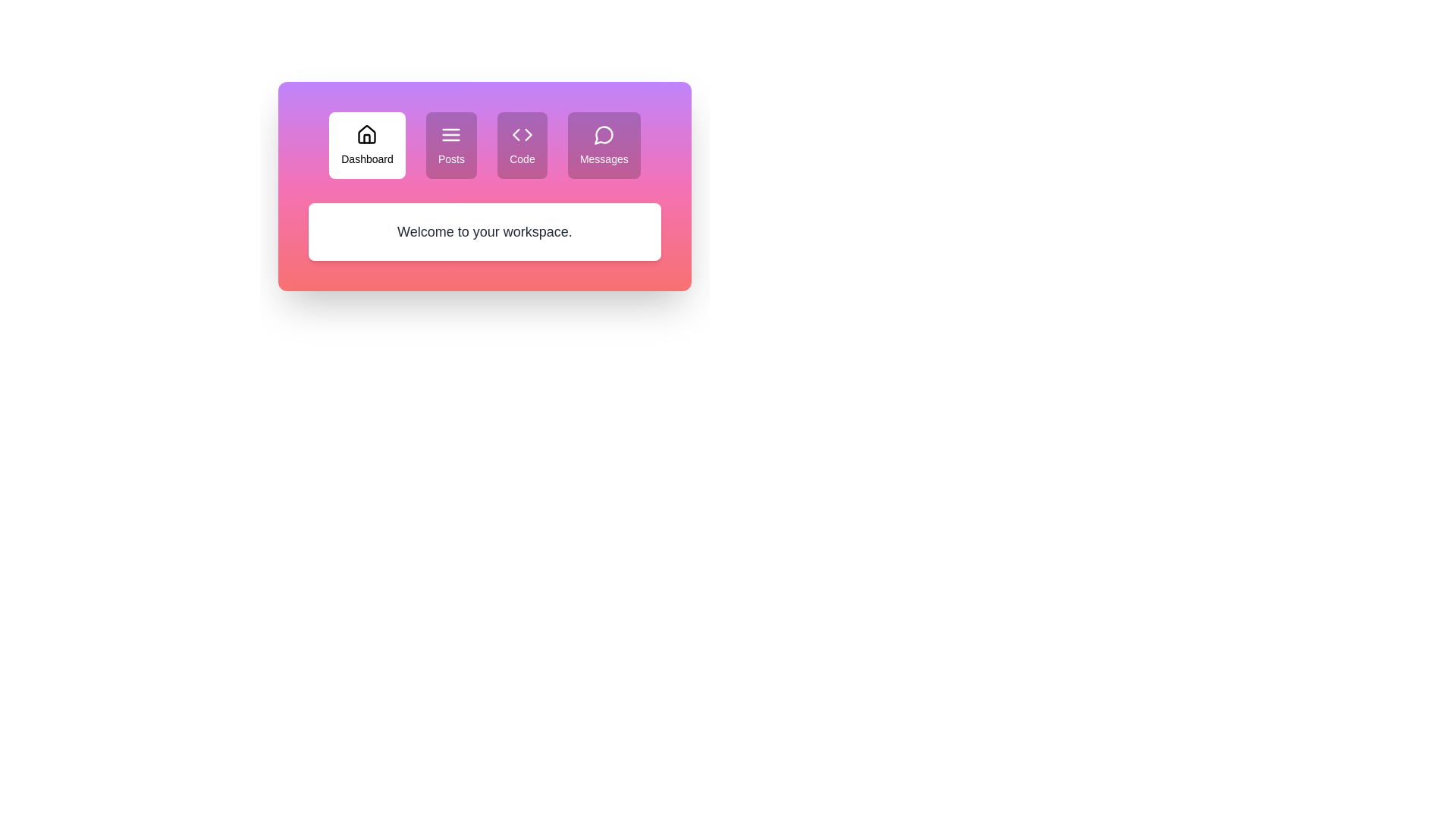  I want to click on the tab labeled Code to observe visual changes, so click(522, 146).